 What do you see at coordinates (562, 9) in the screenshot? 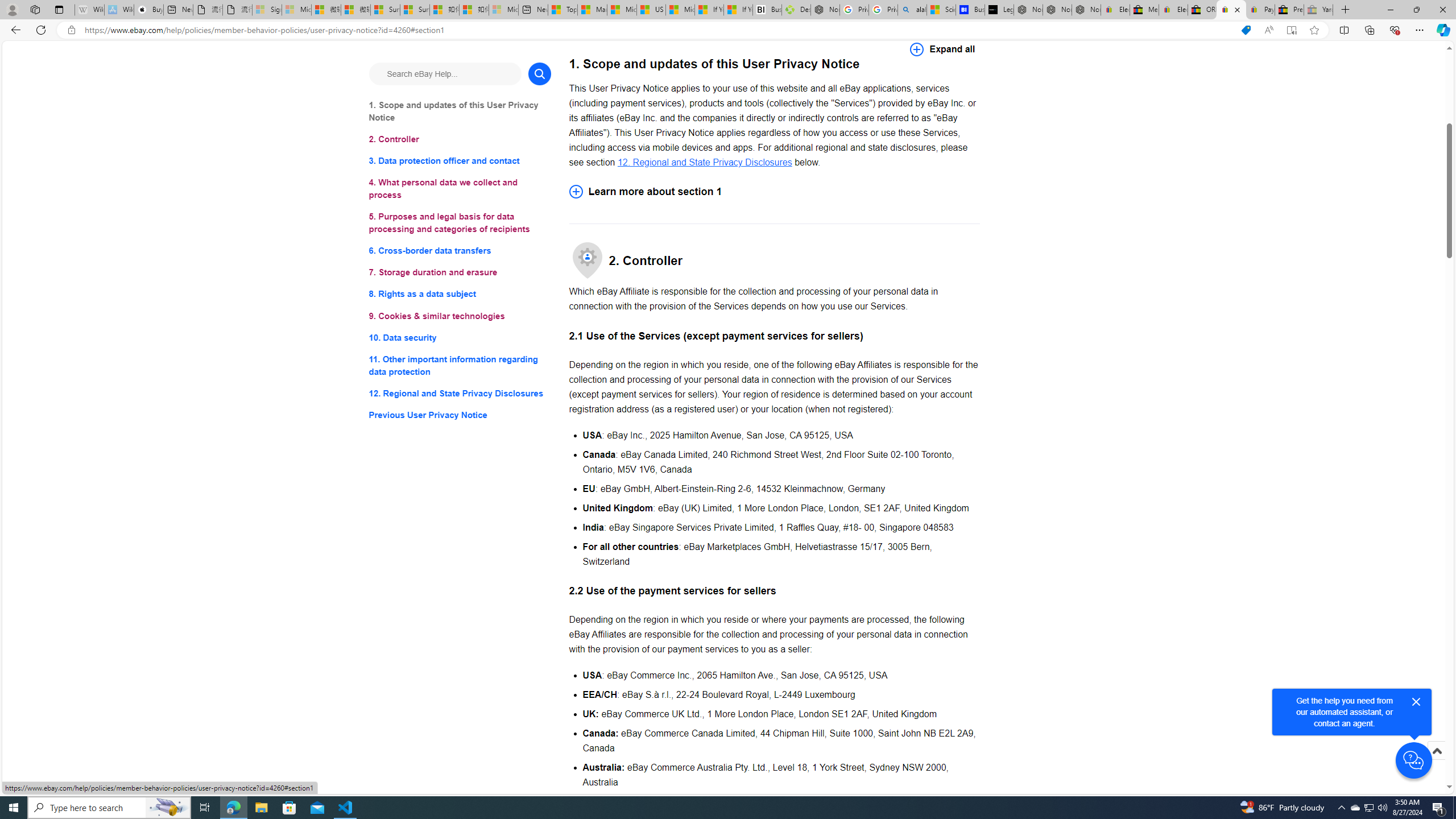
I see `'Top Stories - MSN'` at bounding box center [562, 9].